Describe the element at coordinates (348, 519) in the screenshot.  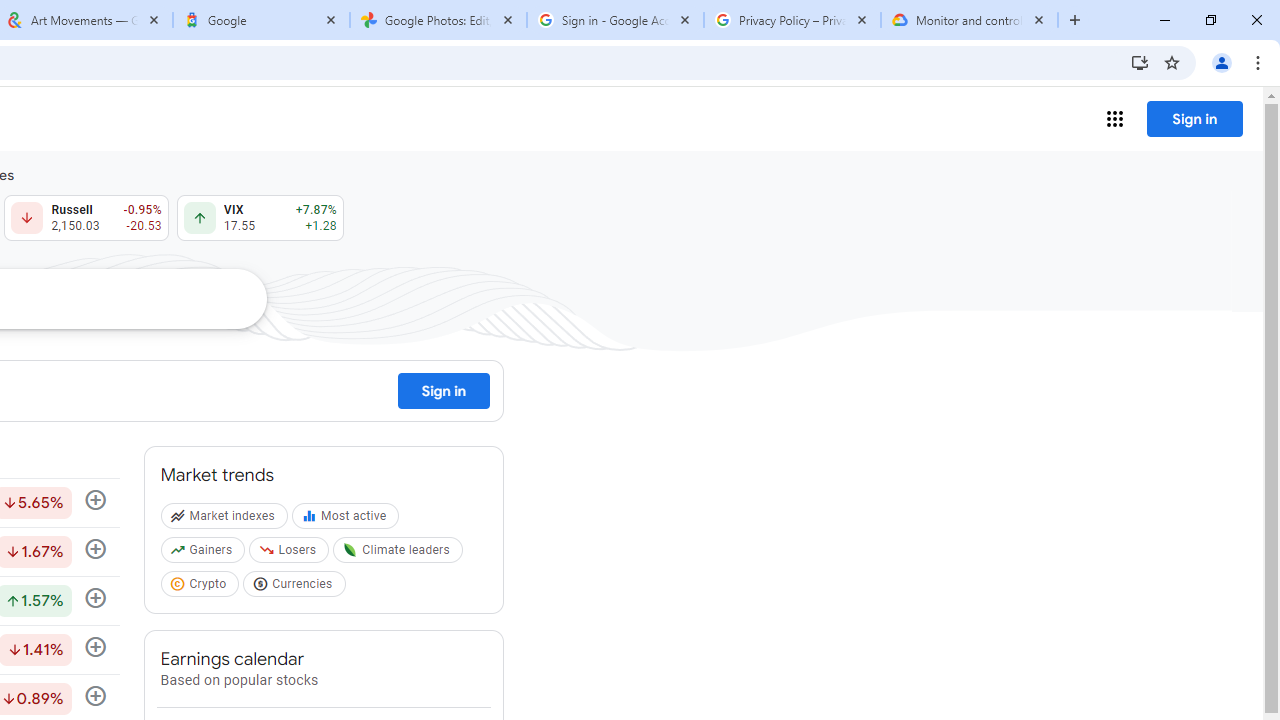
I see `'Most active'` at that location.